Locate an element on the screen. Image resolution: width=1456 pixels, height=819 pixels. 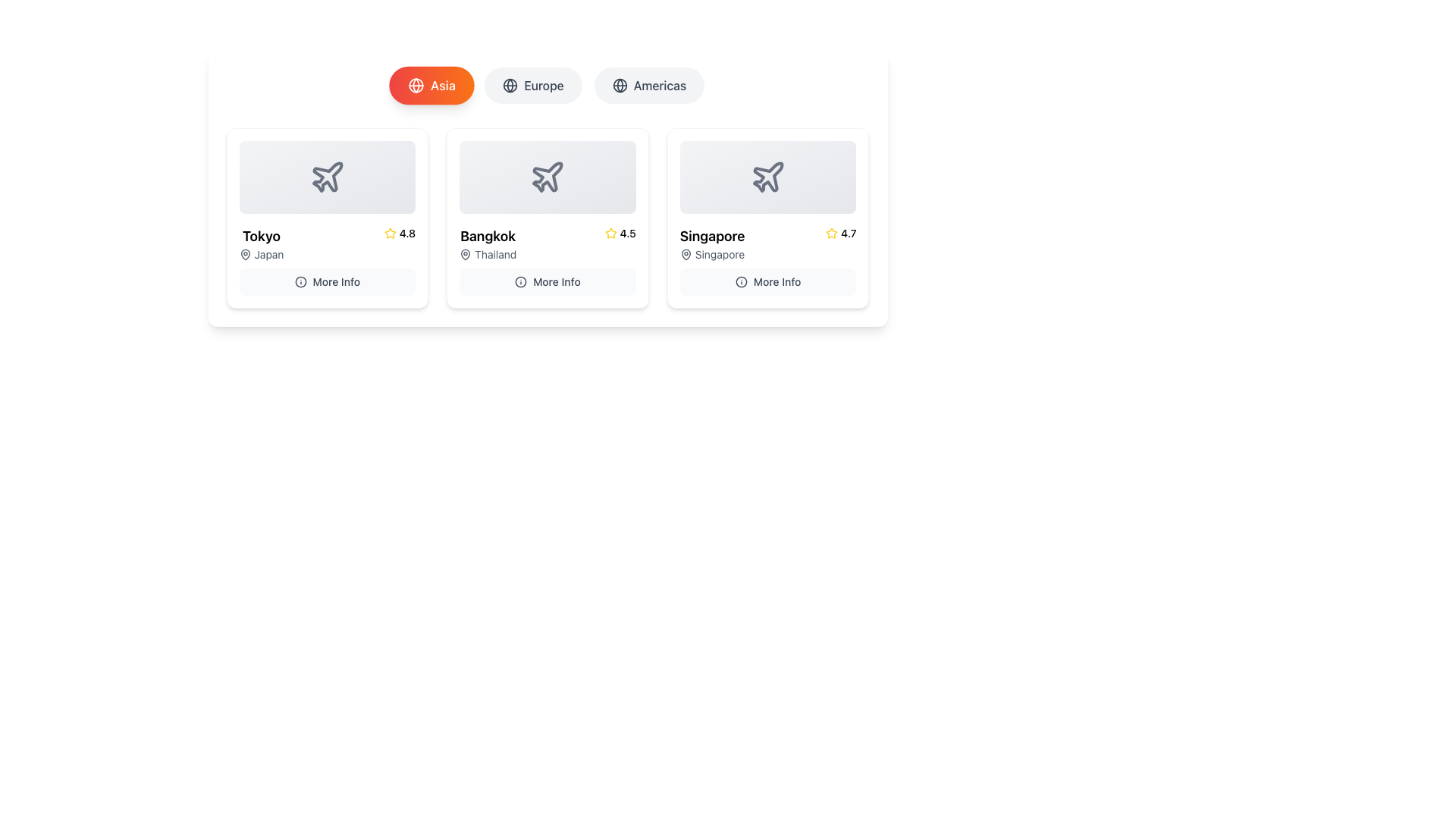
the plane icon located in the upper section of the Tokyo city card, which turns blue when hovered over is located at coordinates (327, 176).